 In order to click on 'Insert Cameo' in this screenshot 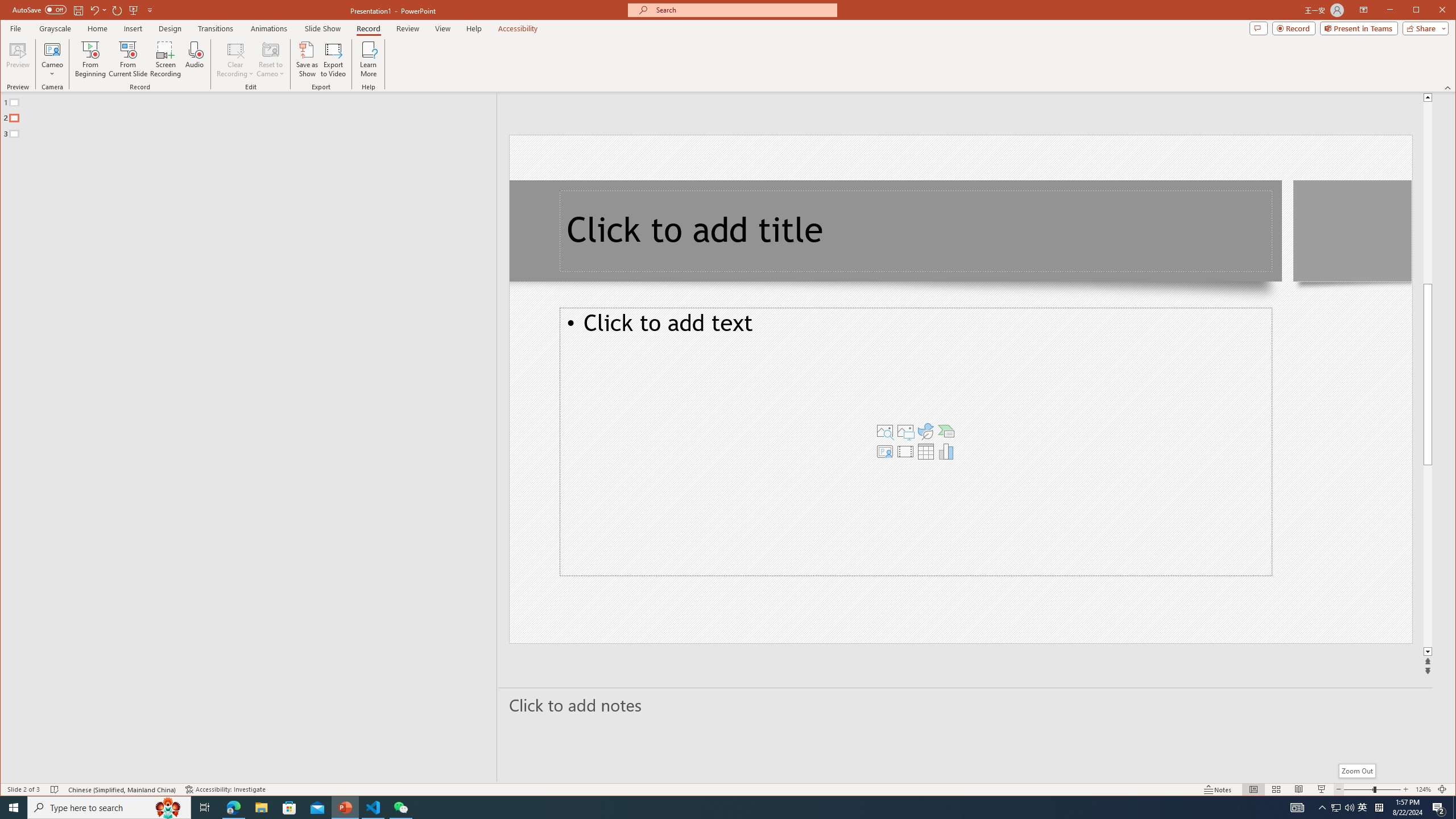, I will do `click(885, 450)`.